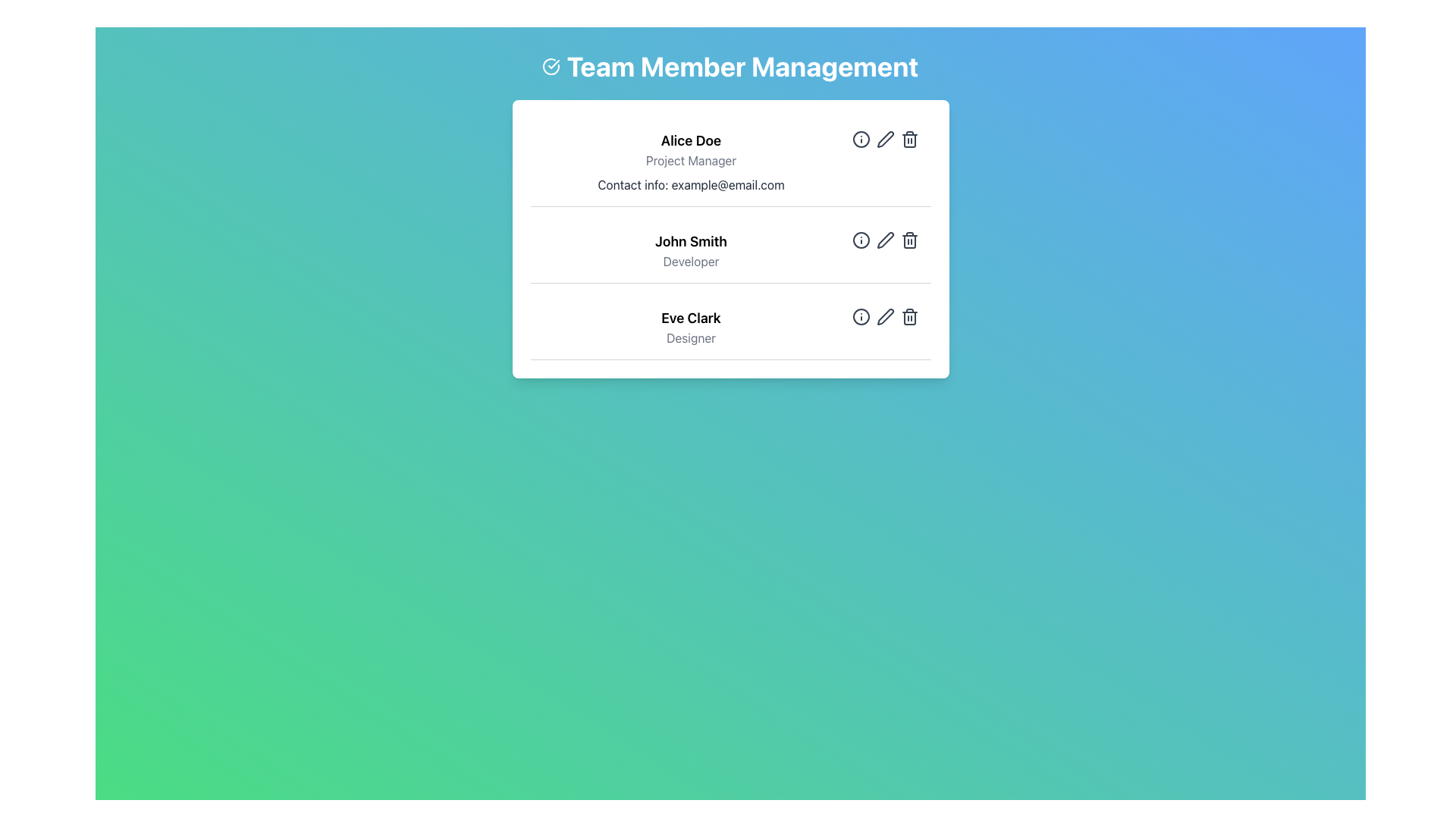 The width and height of the screenshot is (1456, 819). Describe the element at coordinates (690, 260) in the screenshot. I see `static text label that displays the role or position of the team member named 'John Smith', located directly beneath their name in the team member list` at that location.